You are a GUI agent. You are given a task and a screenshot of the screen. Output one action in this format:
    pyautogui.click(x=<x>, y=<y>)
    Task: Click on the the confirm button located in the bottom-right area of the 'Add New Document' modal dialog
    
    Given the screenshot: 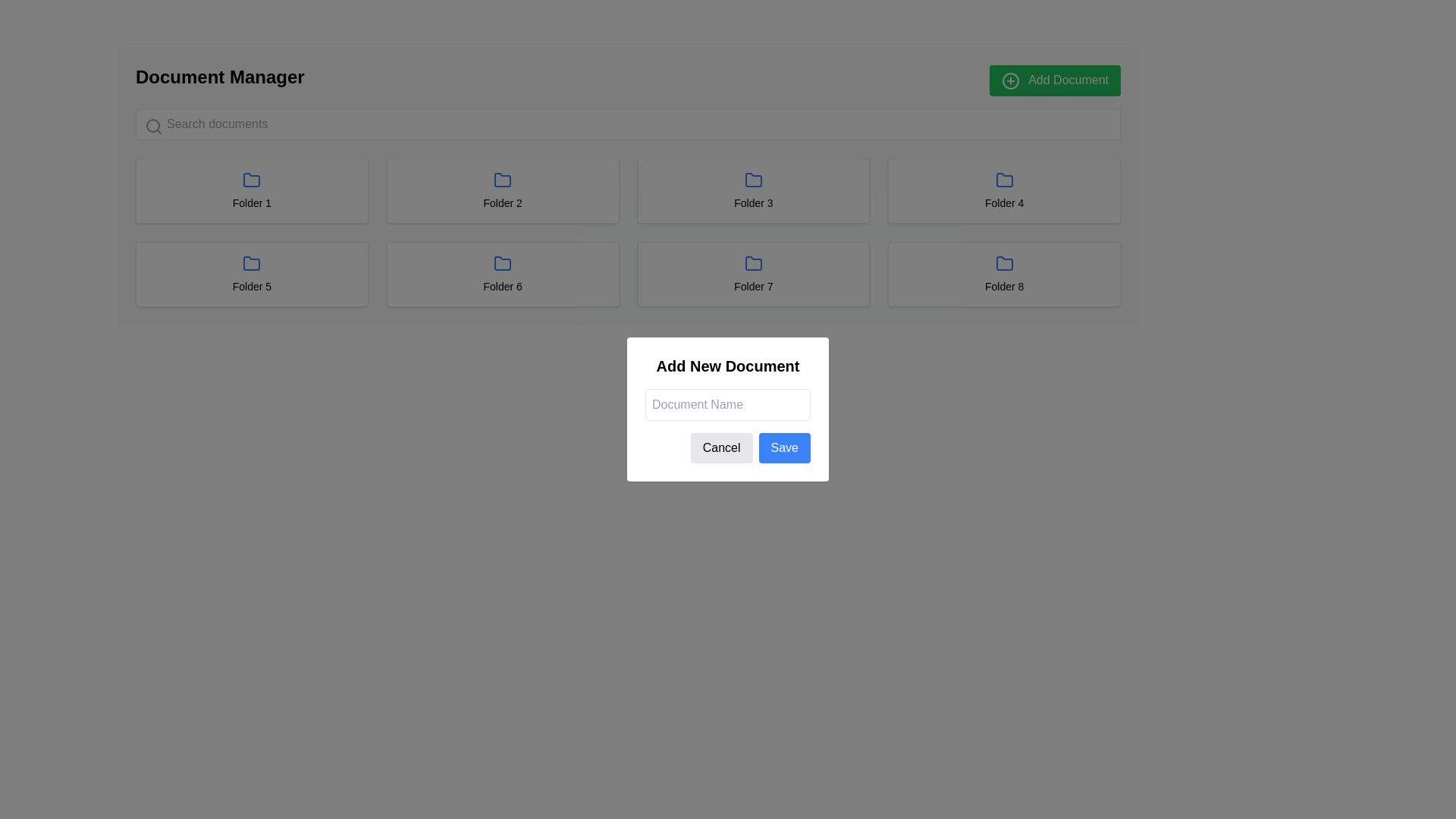 What is the action you would take?
    pyautogui.click(x=784, y=447)
    